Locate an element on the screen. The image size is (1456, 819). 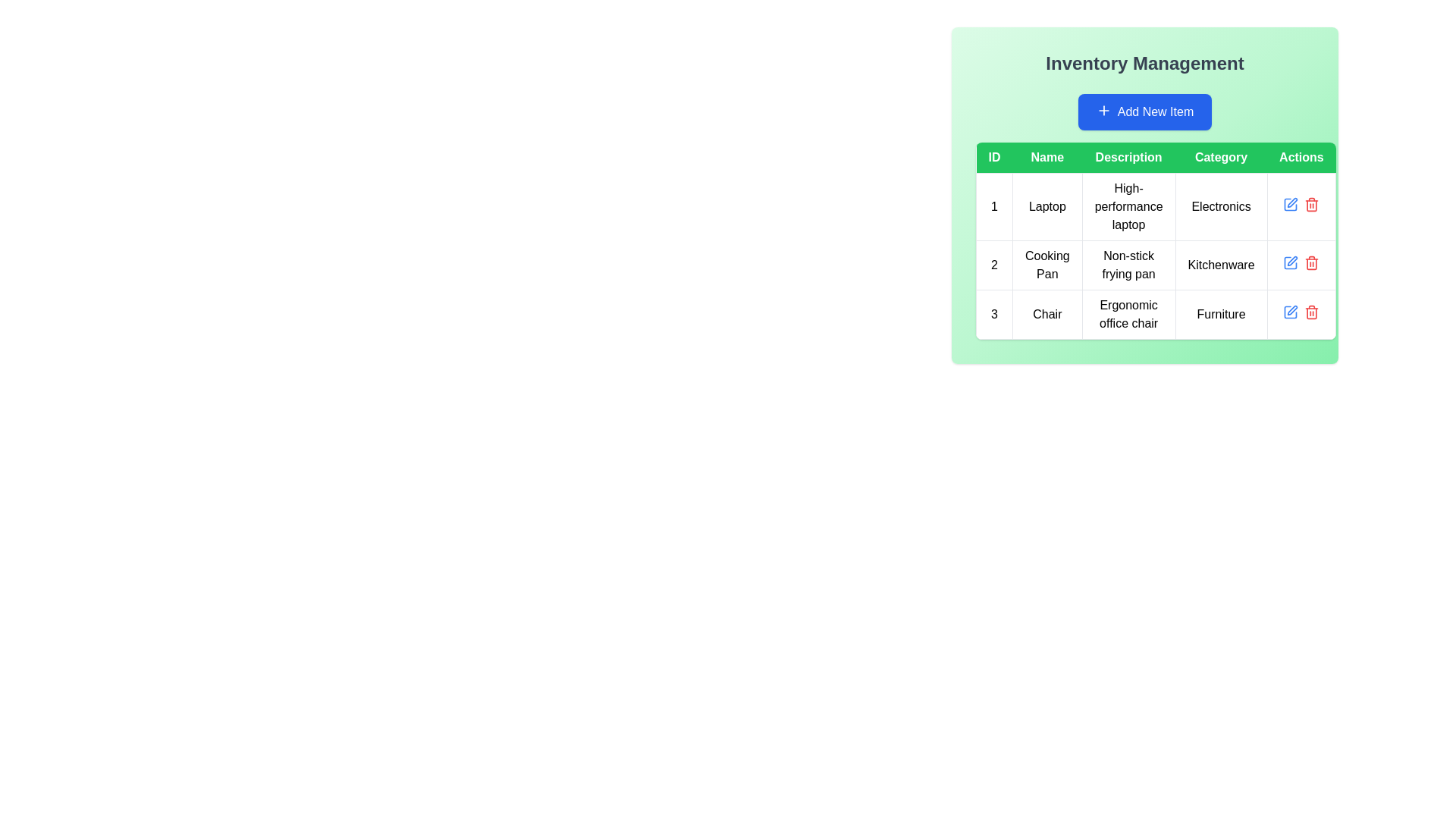
the Text Display element that shows the word 'Chair' in black text, located in the second column of the third row in the table is located at coordinates (1046, 314).